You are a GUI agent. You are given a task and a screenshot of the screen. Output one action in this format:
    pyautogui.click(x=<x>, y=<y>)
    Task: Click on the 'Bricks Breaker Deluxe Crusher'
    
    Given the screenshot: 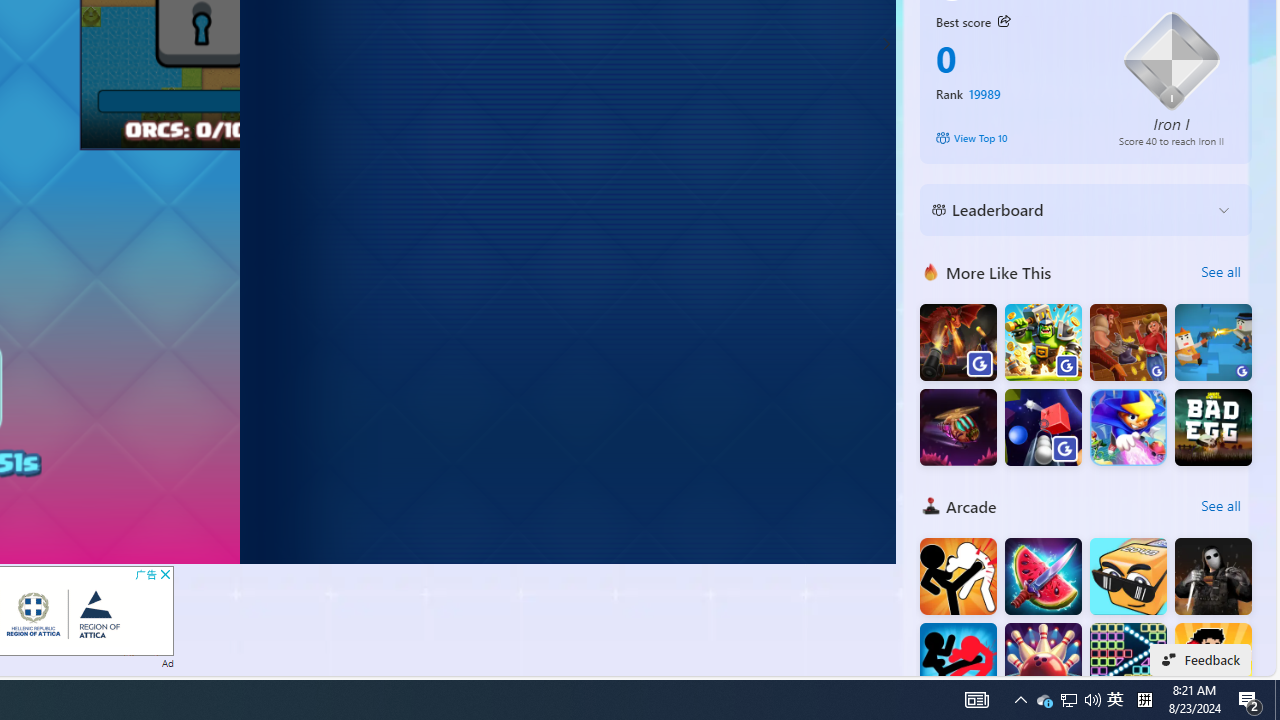 What is the action you would take?
    pyautogui.click(x=1128, y=661)
    